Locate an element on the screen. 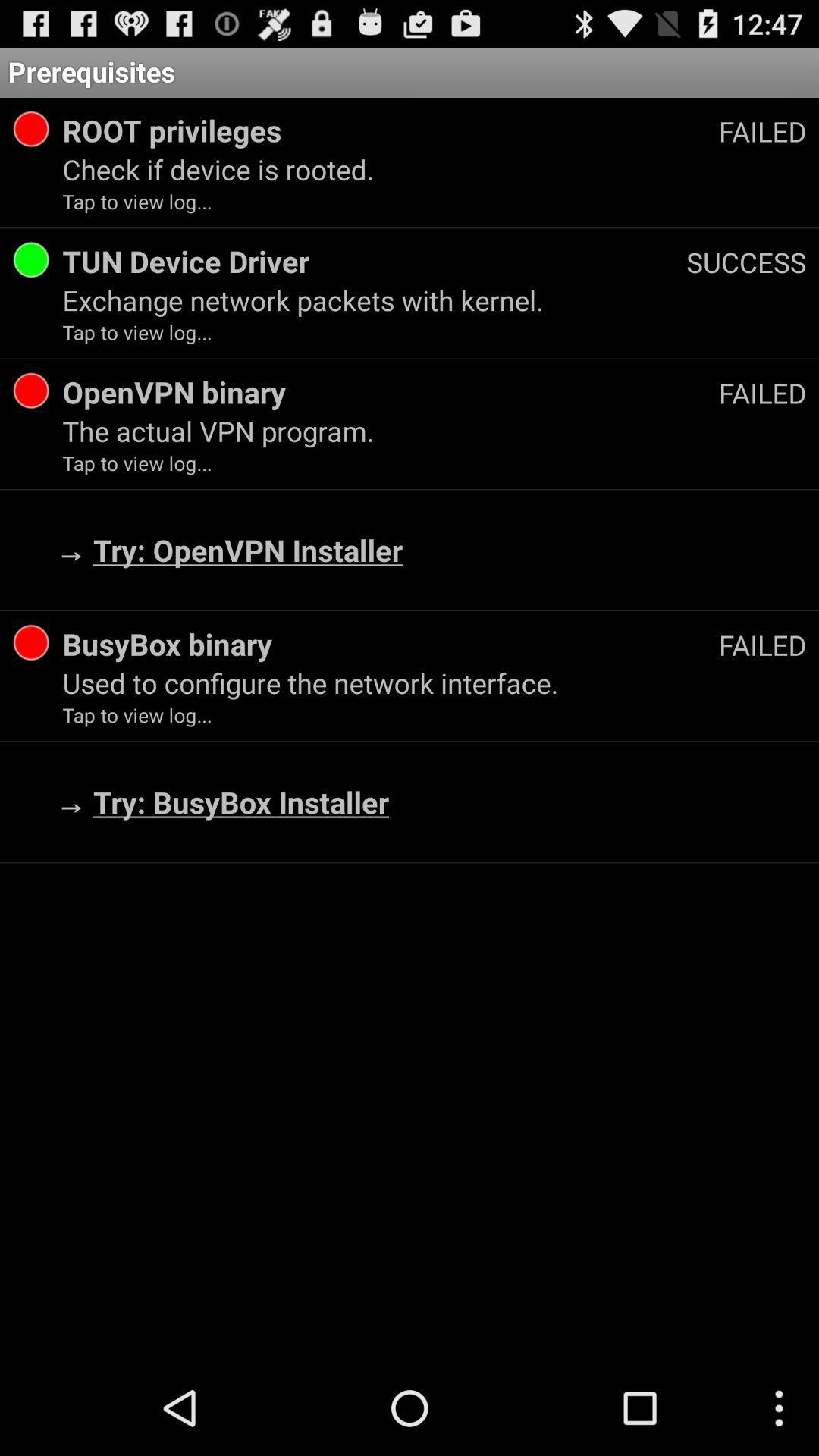 The height and width of the screenshot is (1456, 819). the icon above the tap to view is located at coordinates (435, 169).